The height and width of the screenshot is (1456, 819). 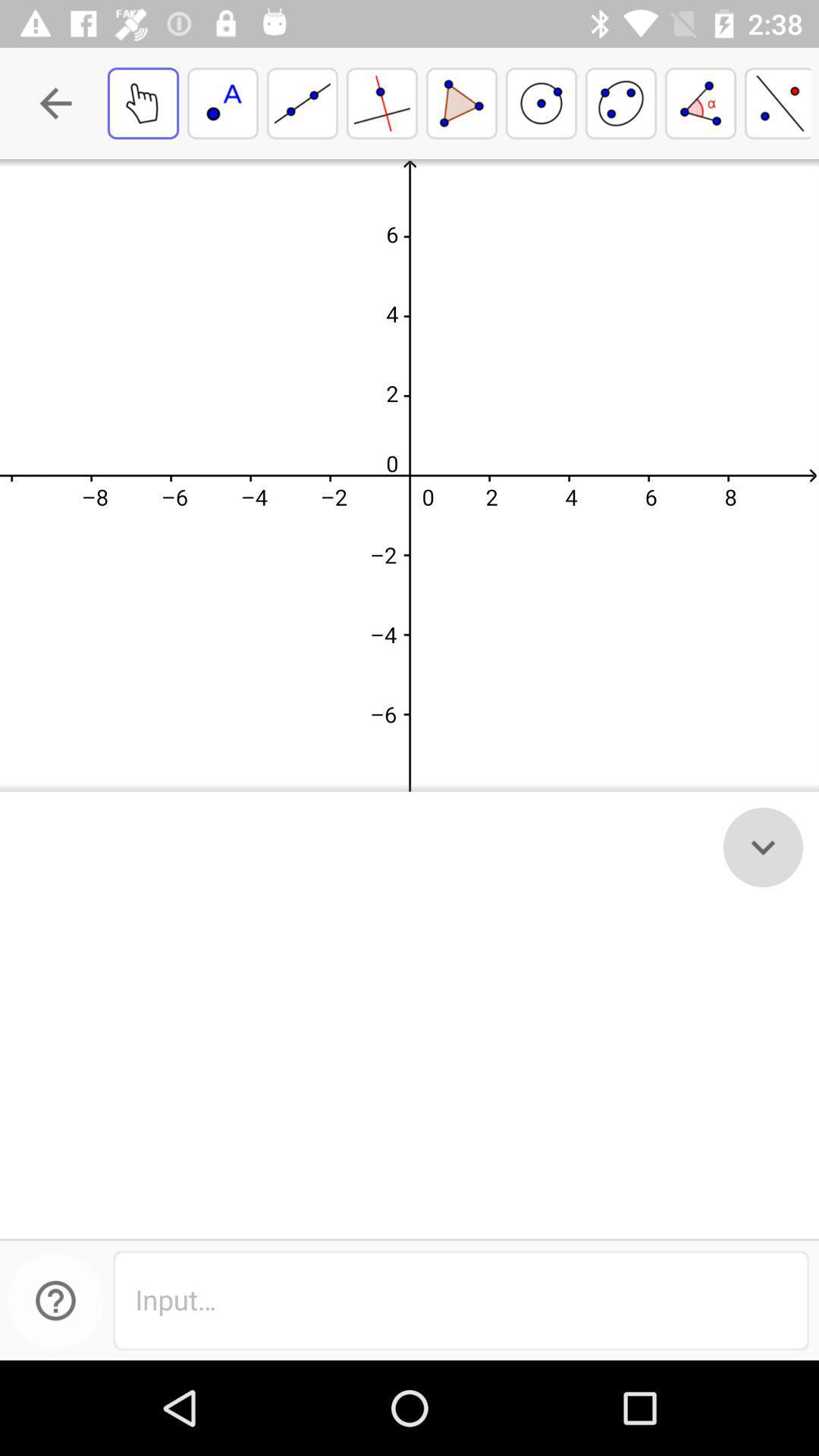 What do you see at coordinates (55, 1300) in the screenshot?
I see `the help icon` at bounding box center [55, 1300].